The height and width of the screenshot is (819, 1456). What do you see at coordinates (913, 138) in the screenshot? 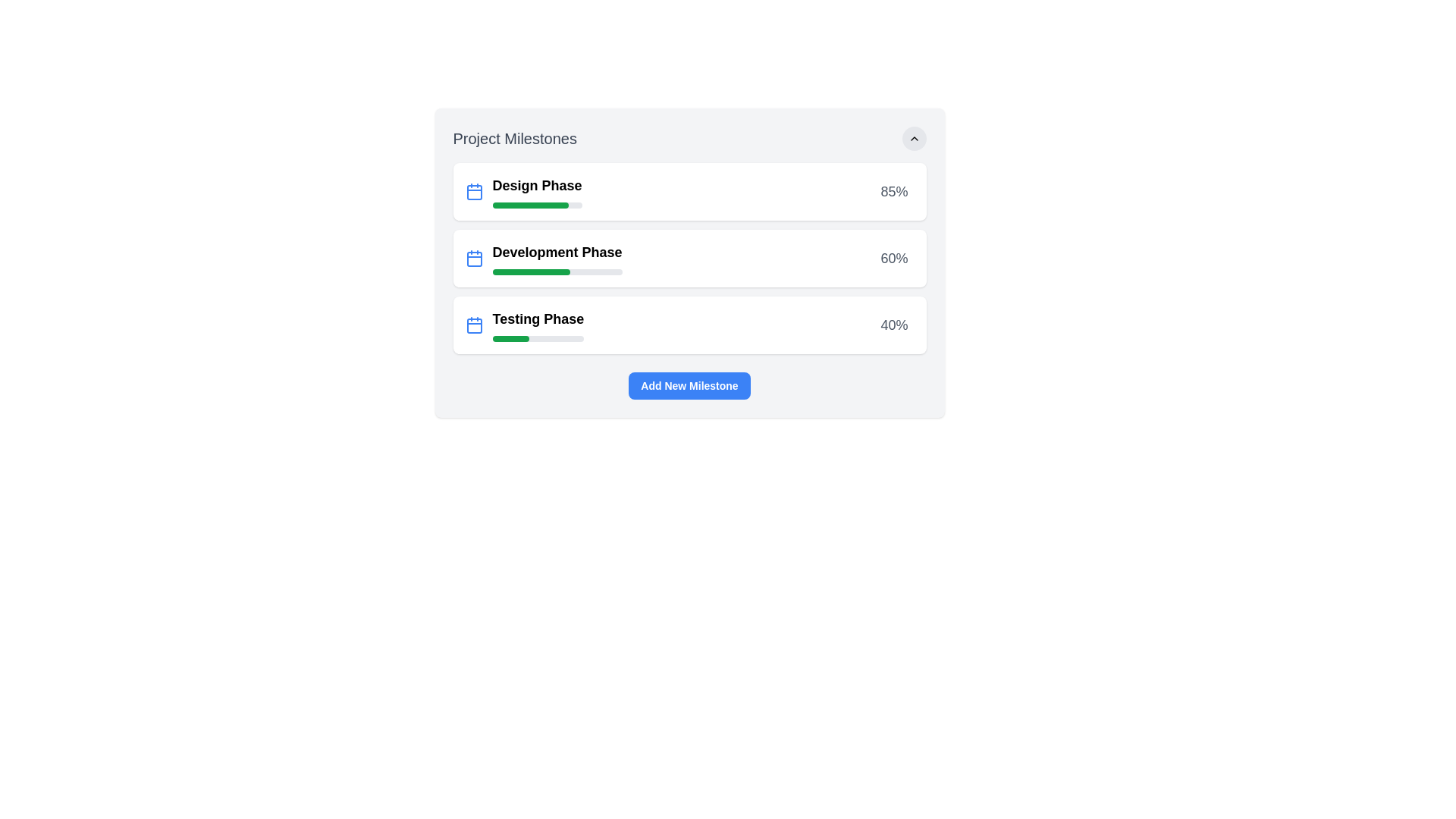
I see `the upward-pointing chevron icon within the circular button located in the top-right corner of the 'Project Milestones' widget` at bounding box center [913, 138].